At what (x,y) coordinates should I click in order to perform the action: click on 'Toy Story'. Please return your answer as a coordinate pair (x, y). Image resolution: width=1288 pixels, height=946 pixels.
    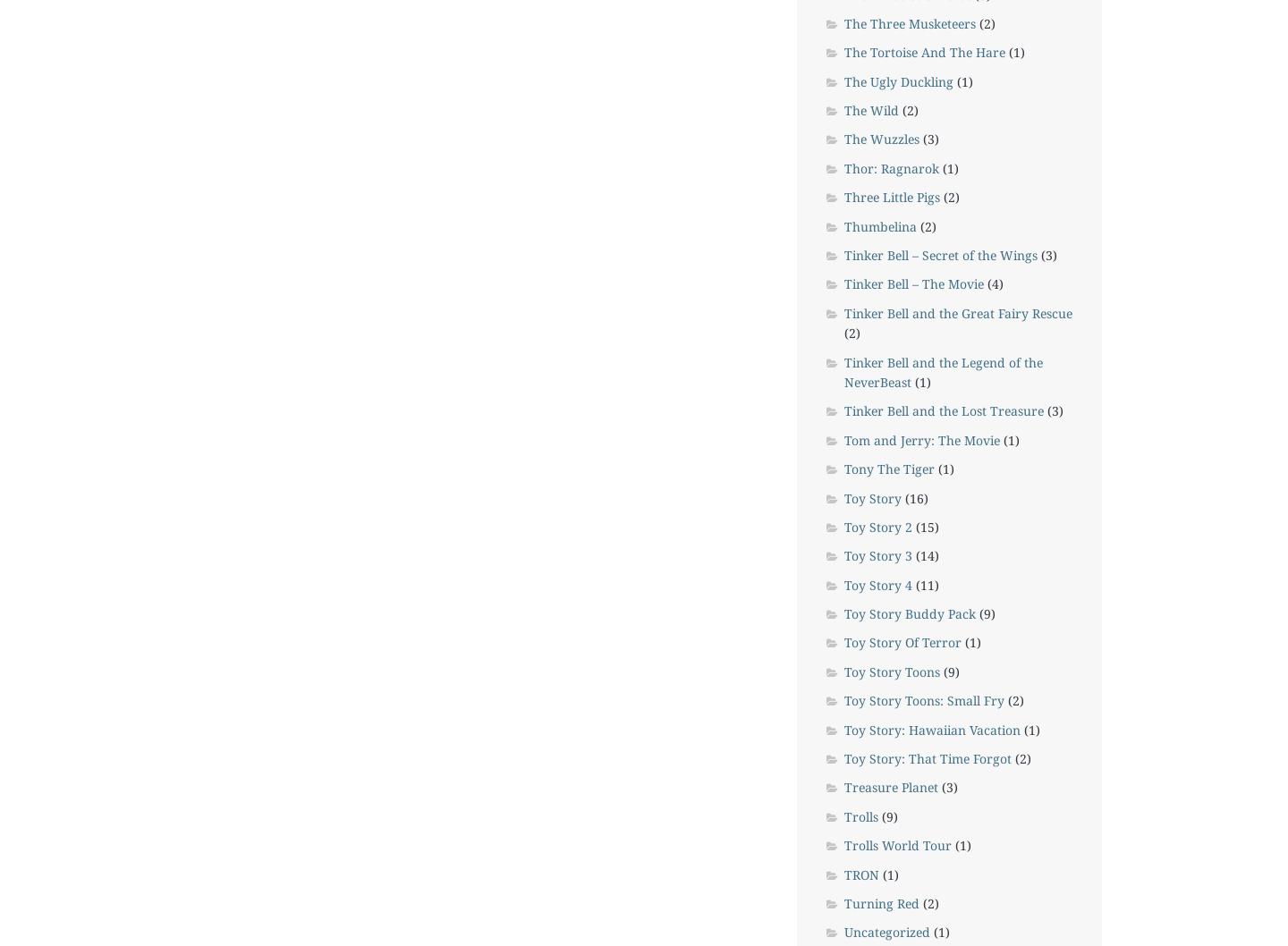
    Looking at the image, I should click on (871, 497).